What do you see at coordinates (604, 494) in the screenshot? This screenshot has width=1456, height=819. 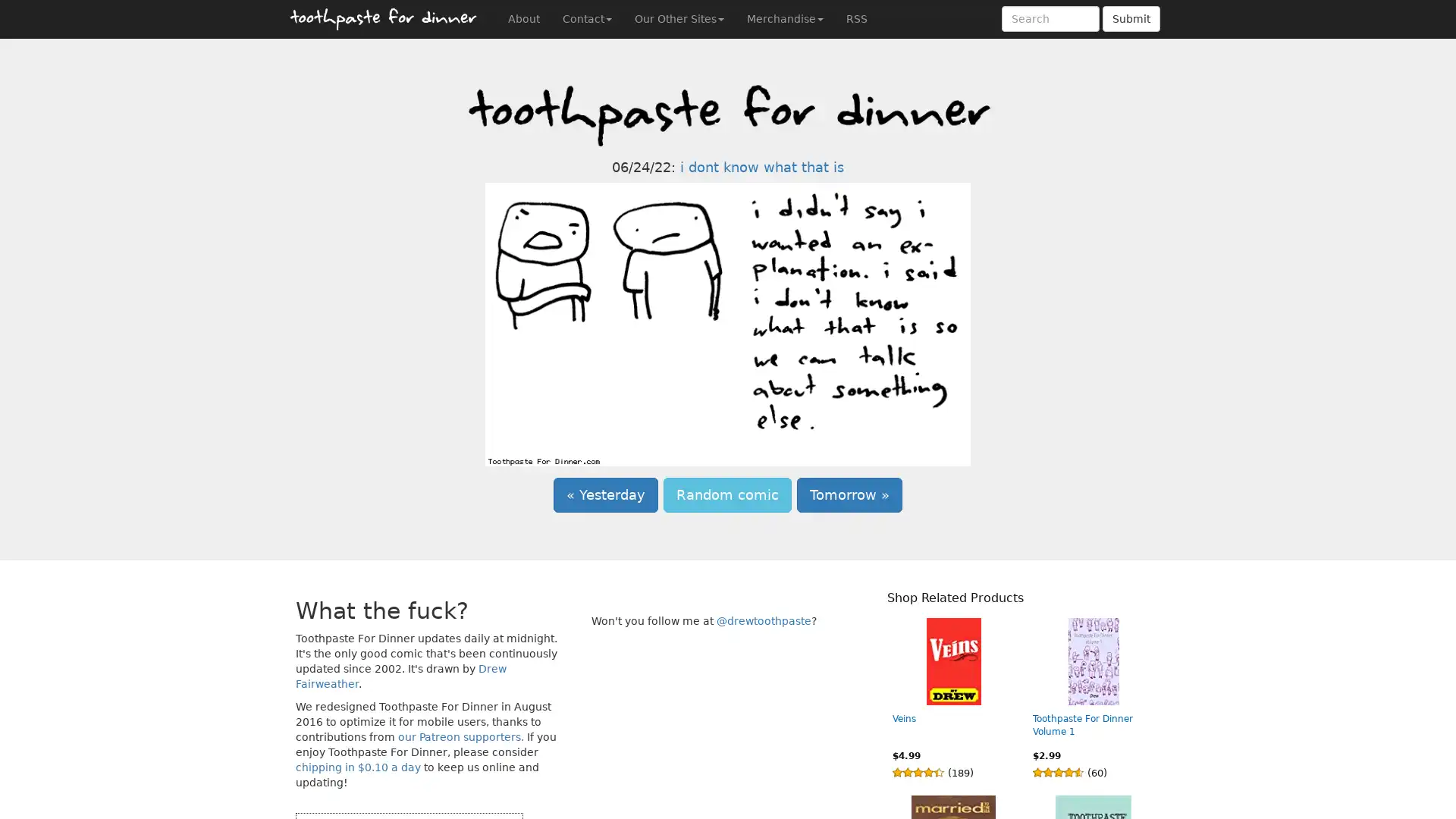 I see `Yesterday` at bounding box center [604, 494].